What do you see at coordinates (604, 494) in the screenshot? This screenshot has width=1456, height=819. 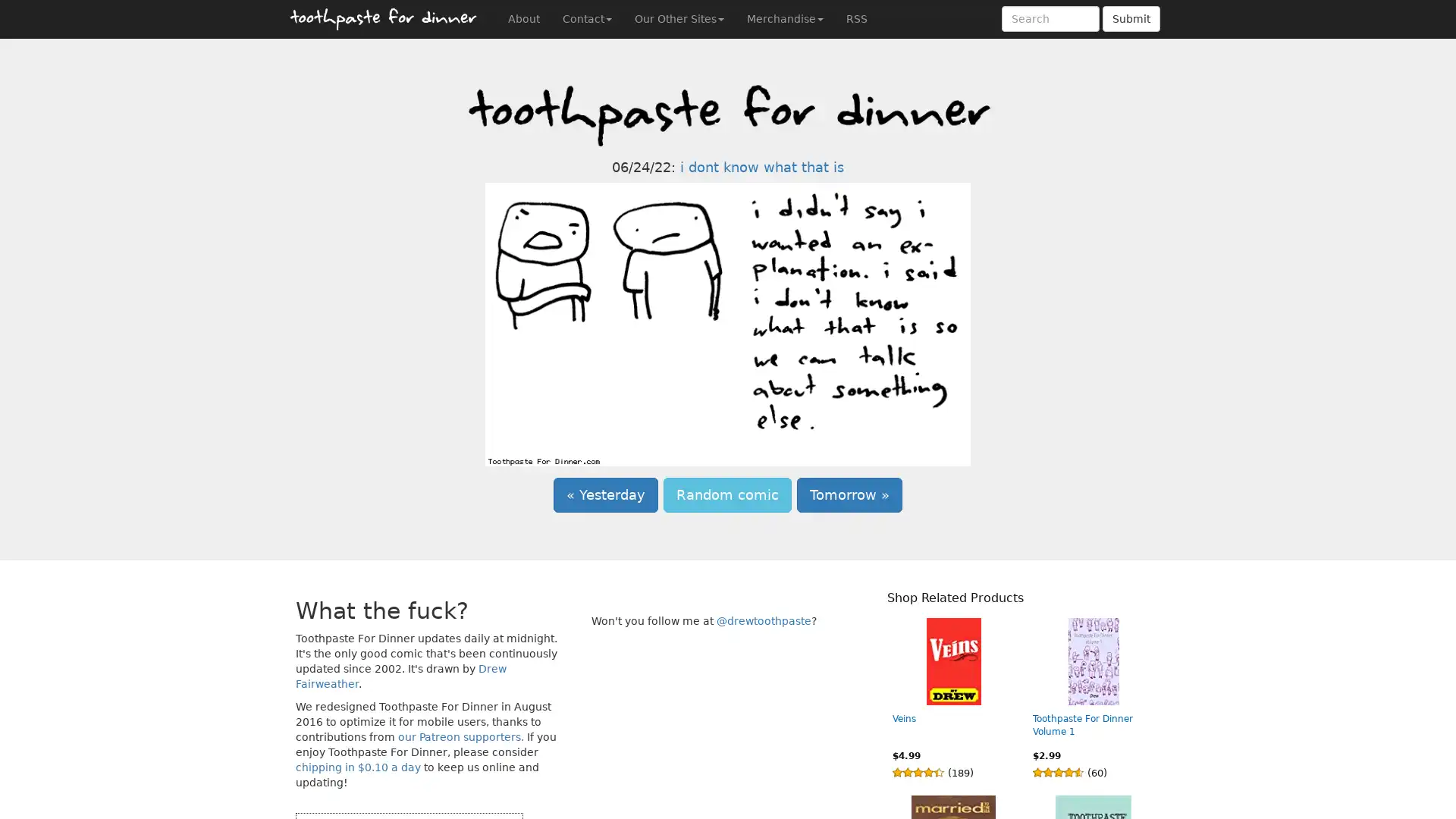 I see `Yesterday` at bounding box center [604, 494].